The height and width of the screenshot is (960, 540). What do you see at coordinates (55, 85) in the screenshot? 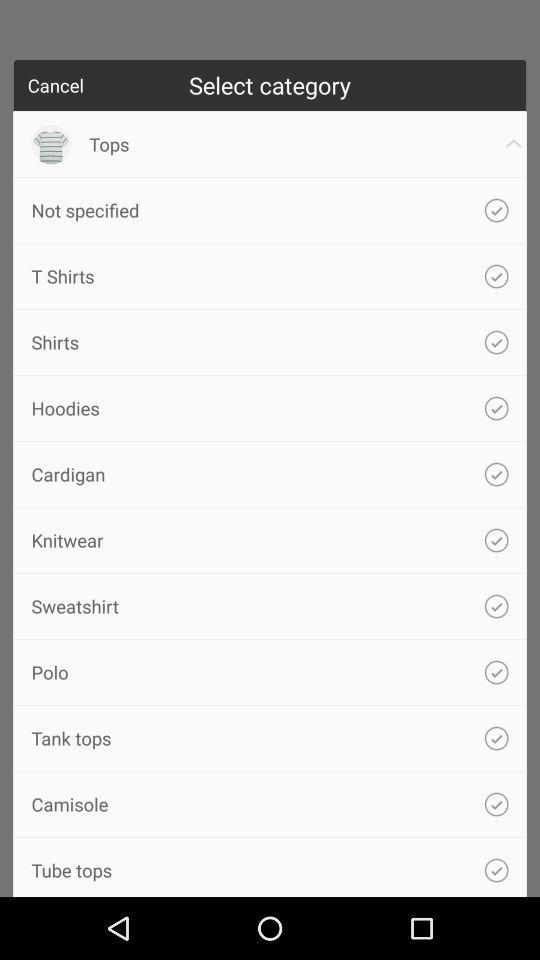
I see `cancel icon` at bounding box center [55, 85].